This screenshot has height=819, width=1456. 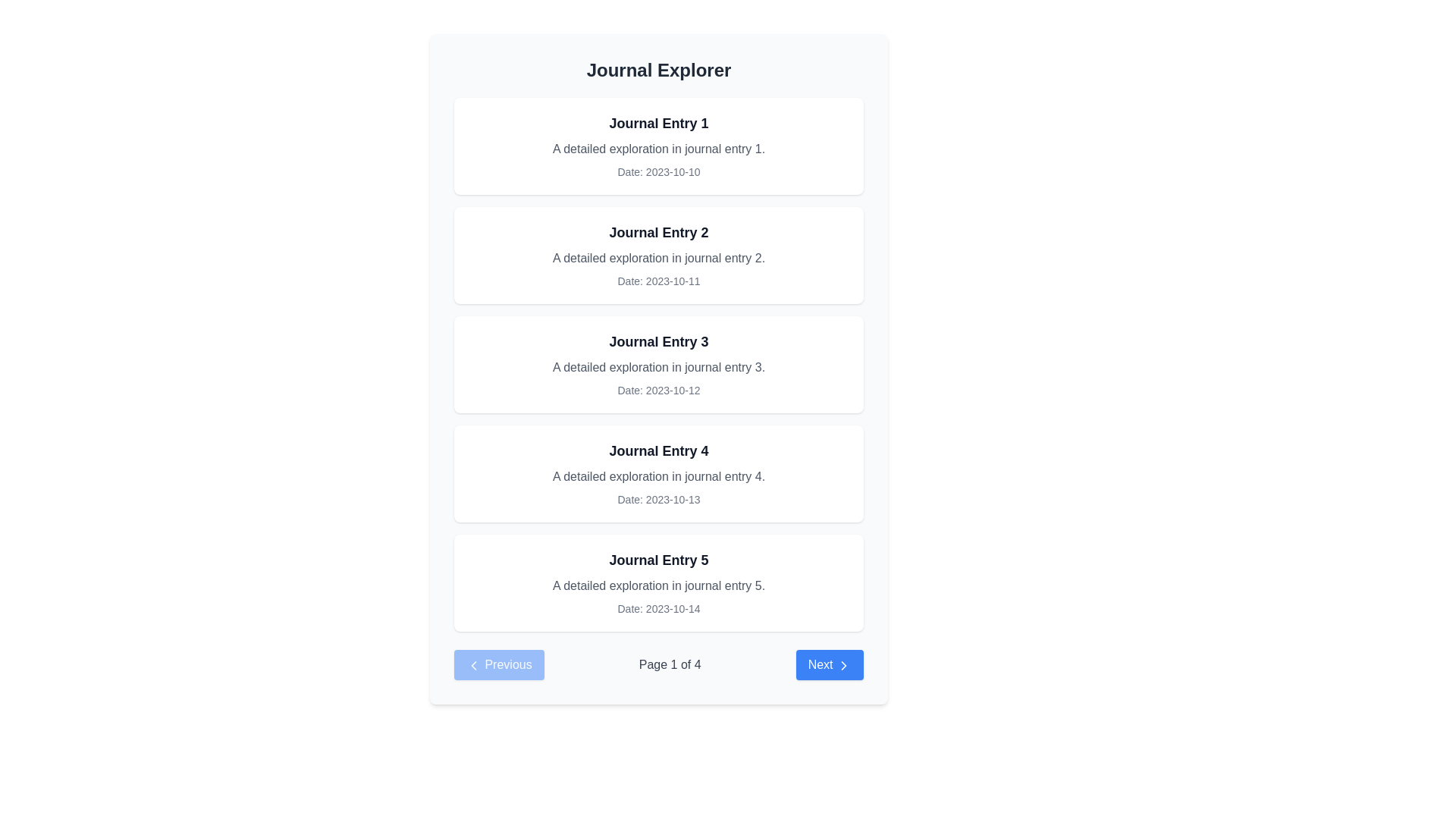 I want to click on title of the journal entry labeled as 'Journal Entry 2', which is positioned at the top of its card in a vertical list of entries, so click(x=658, y=233).